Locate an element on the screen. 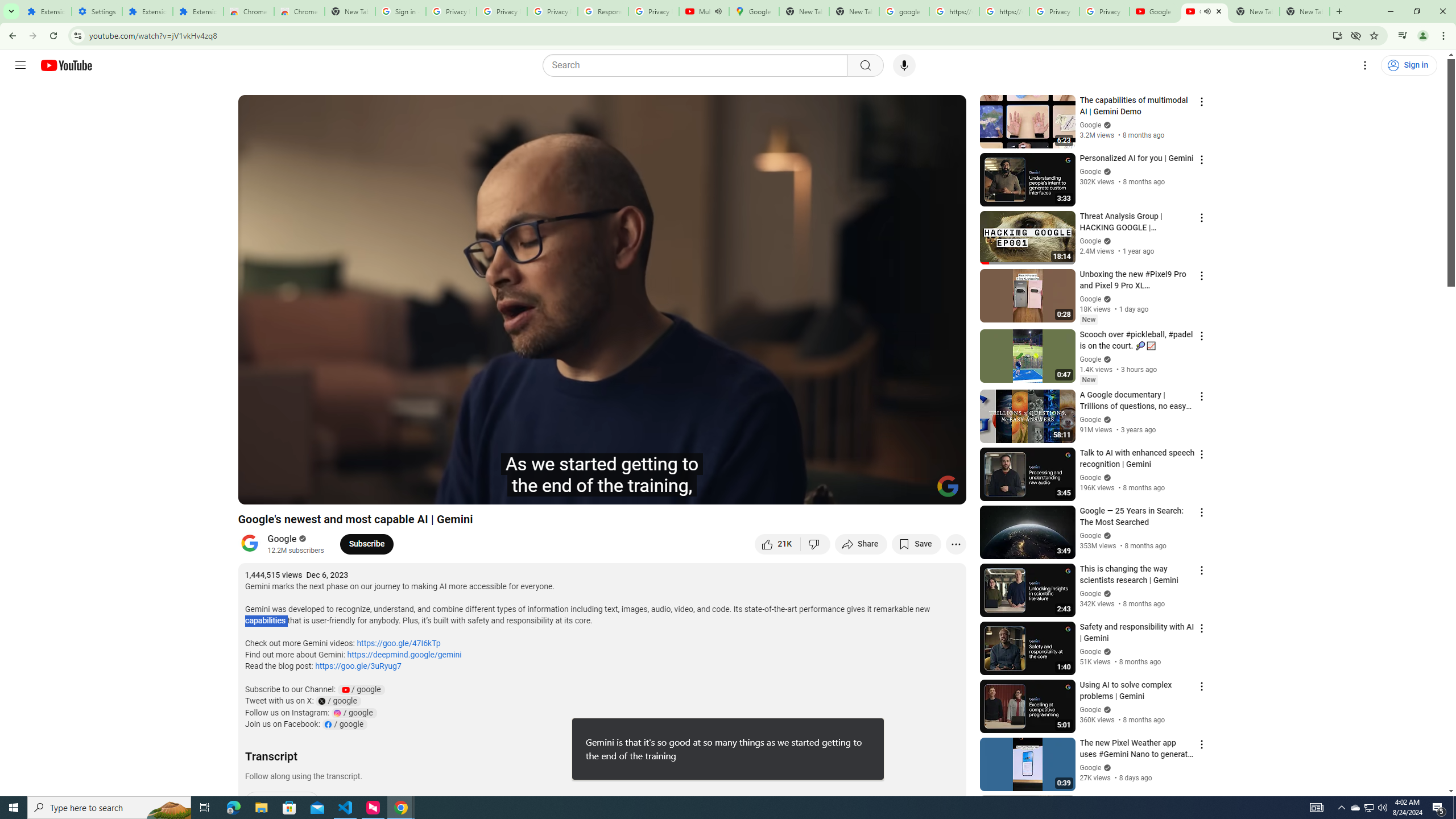  'Miniplayer (i)' is located at coordinates (890, 490).